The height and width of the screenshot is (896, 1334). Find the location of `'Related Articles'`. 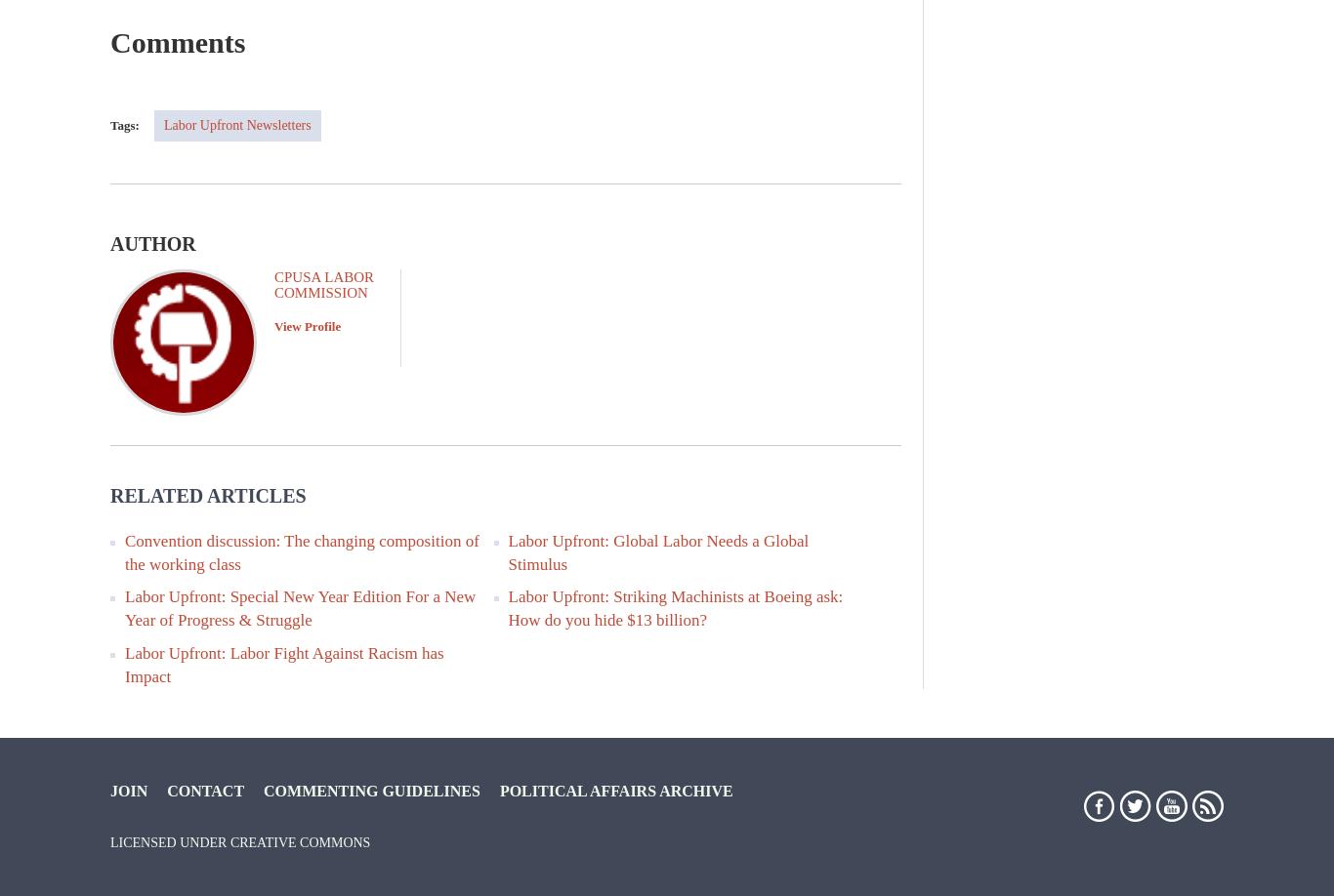

'Related Articles' is located at coordinates (109, 494).